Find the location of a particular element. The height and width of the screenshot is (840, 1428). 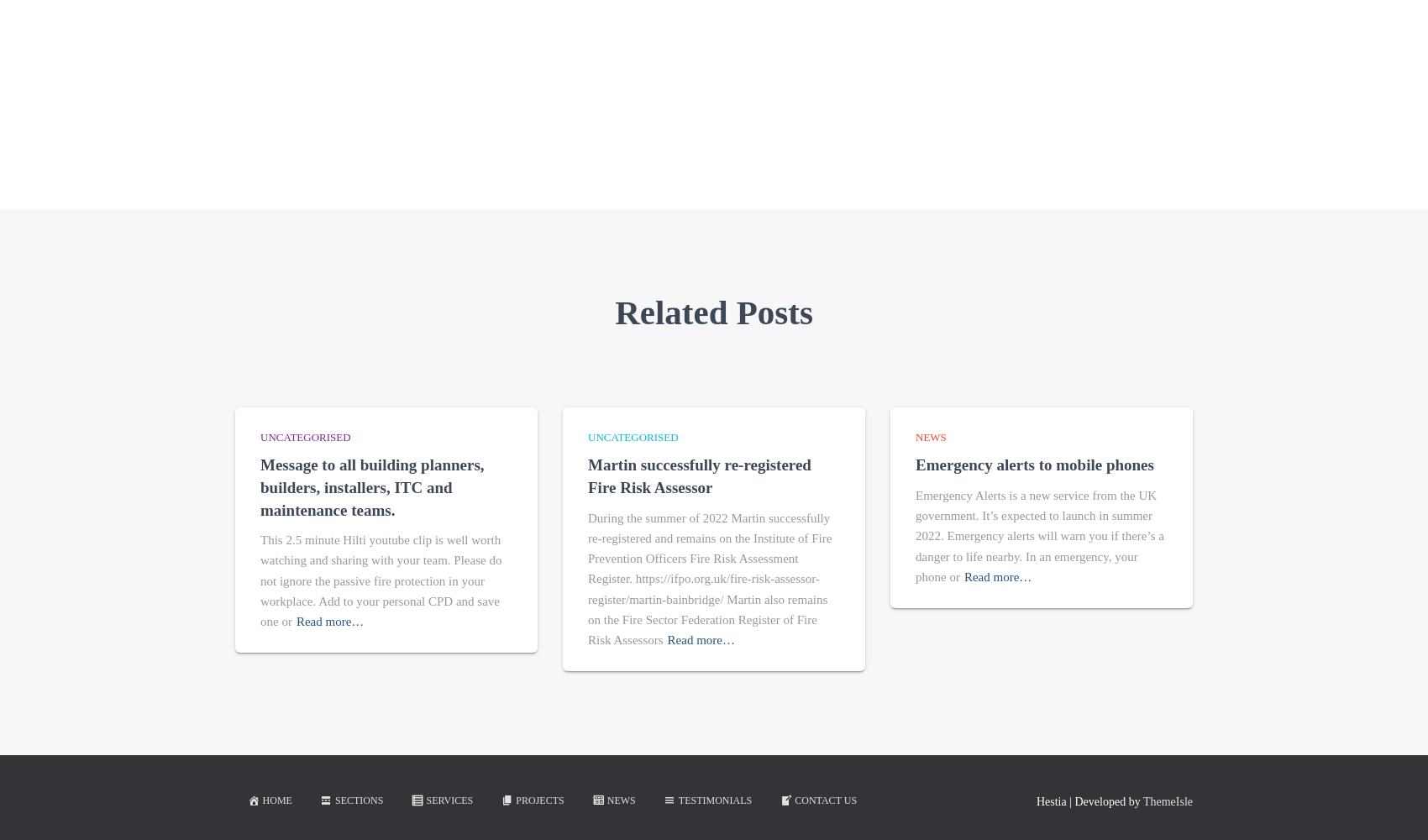

'Message to all building planners, builders, installers, ITC and maintenance teams.' is located at coordinates (372, 486).